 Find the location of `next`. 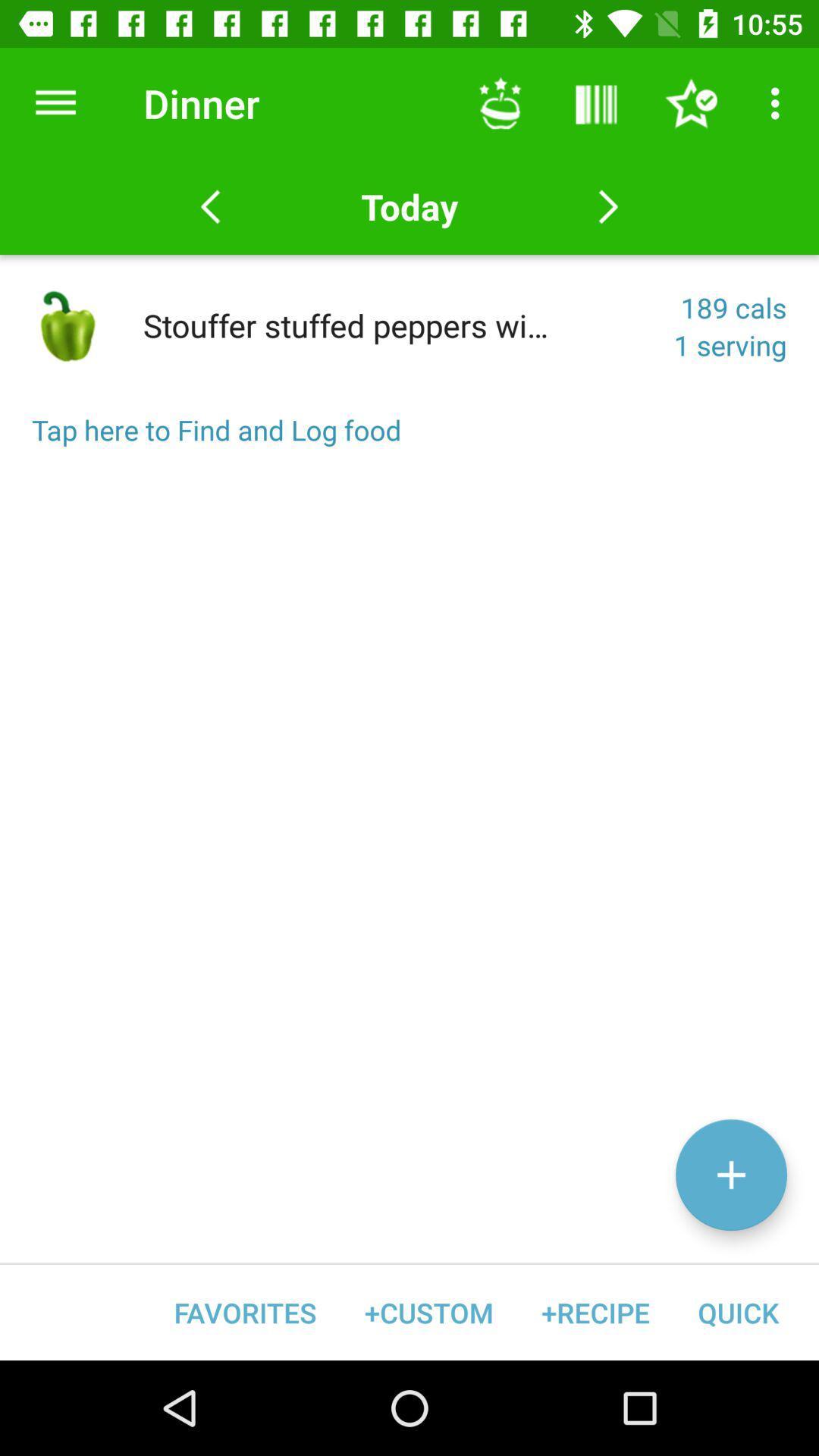

next is located at coordinates (607, 206).